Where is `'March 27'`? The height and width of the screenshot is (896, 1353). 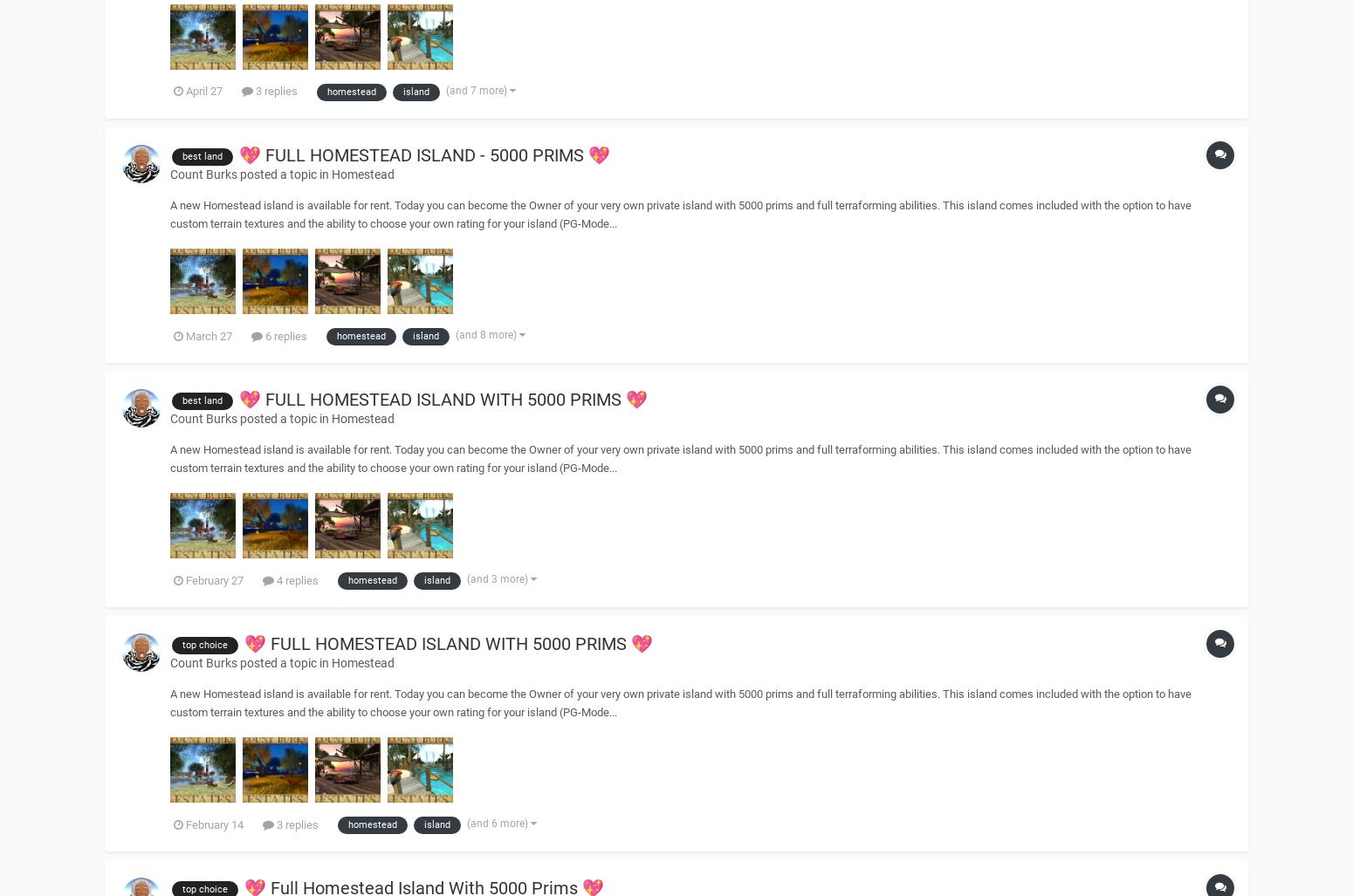
'March 27' is located at coordinates (209, 335).